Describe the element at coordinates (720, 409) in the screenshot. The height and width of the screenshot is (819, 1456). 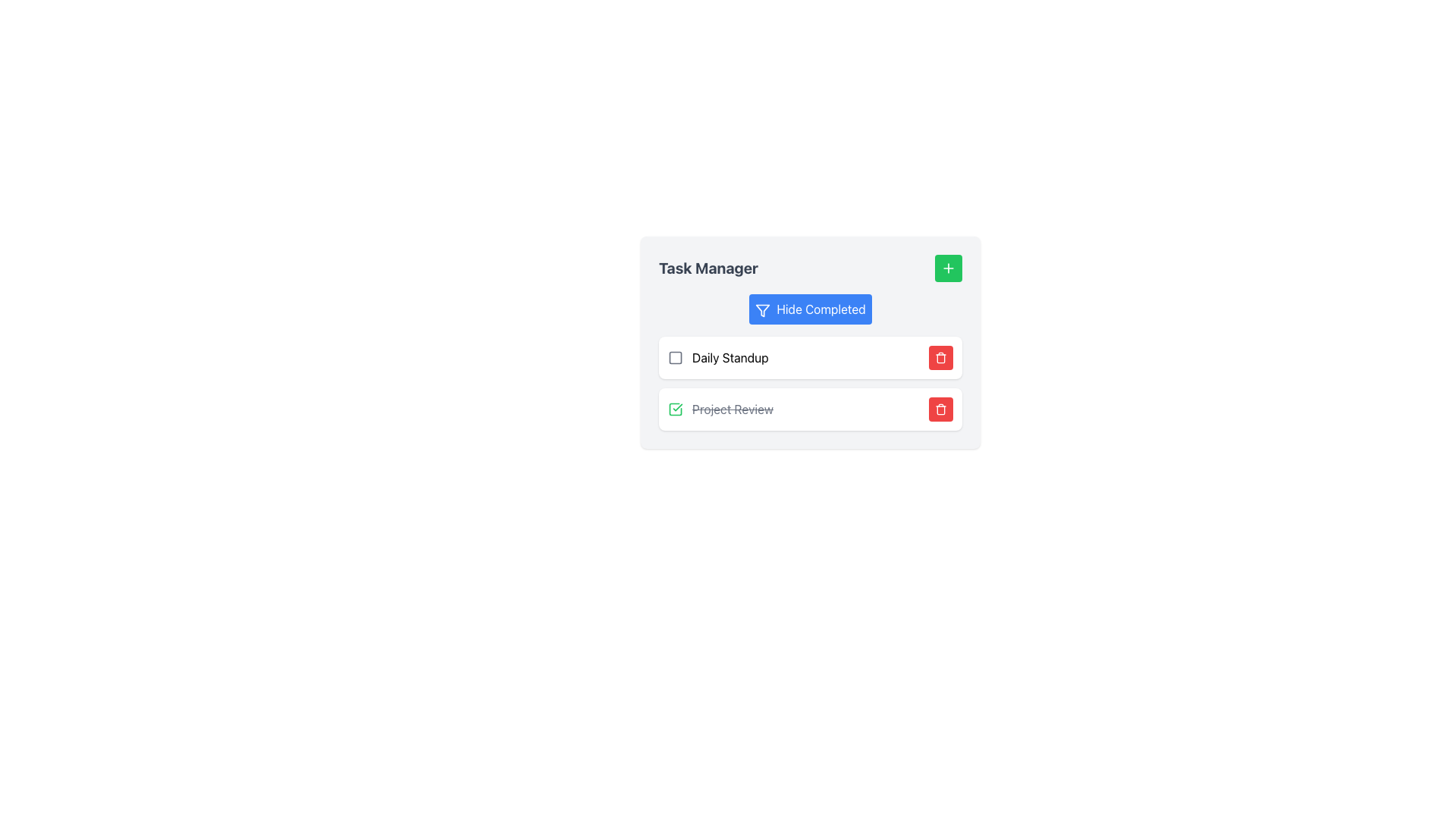
I see `the label with the associated status icon representing a completed task in the task manager interface, located beneath the 'Daily Standup' item` at that location.